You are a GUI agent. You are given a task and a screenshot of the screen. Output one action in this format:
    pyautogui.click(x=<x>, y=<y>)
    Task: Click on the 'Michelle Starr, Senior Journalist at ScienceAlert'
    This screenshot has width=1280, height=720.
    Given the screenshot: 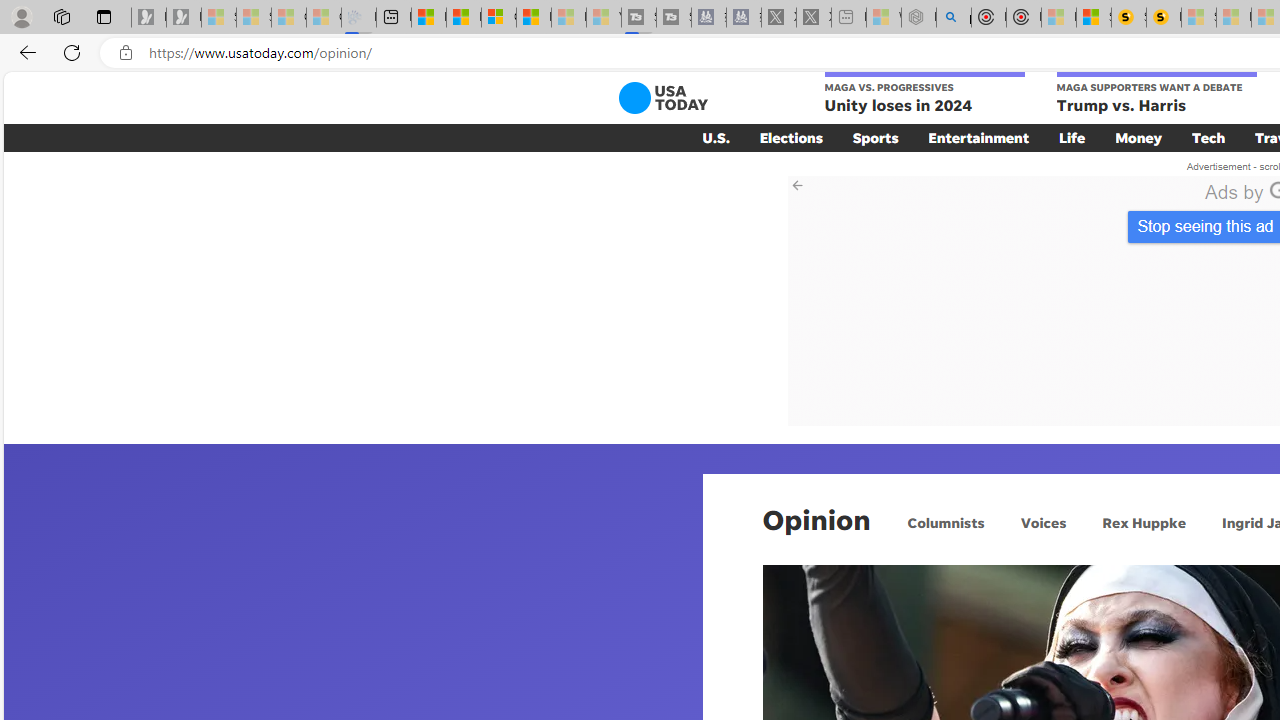 What is the action you would take?
    pyautogui.click(x=1164, y=17)
    